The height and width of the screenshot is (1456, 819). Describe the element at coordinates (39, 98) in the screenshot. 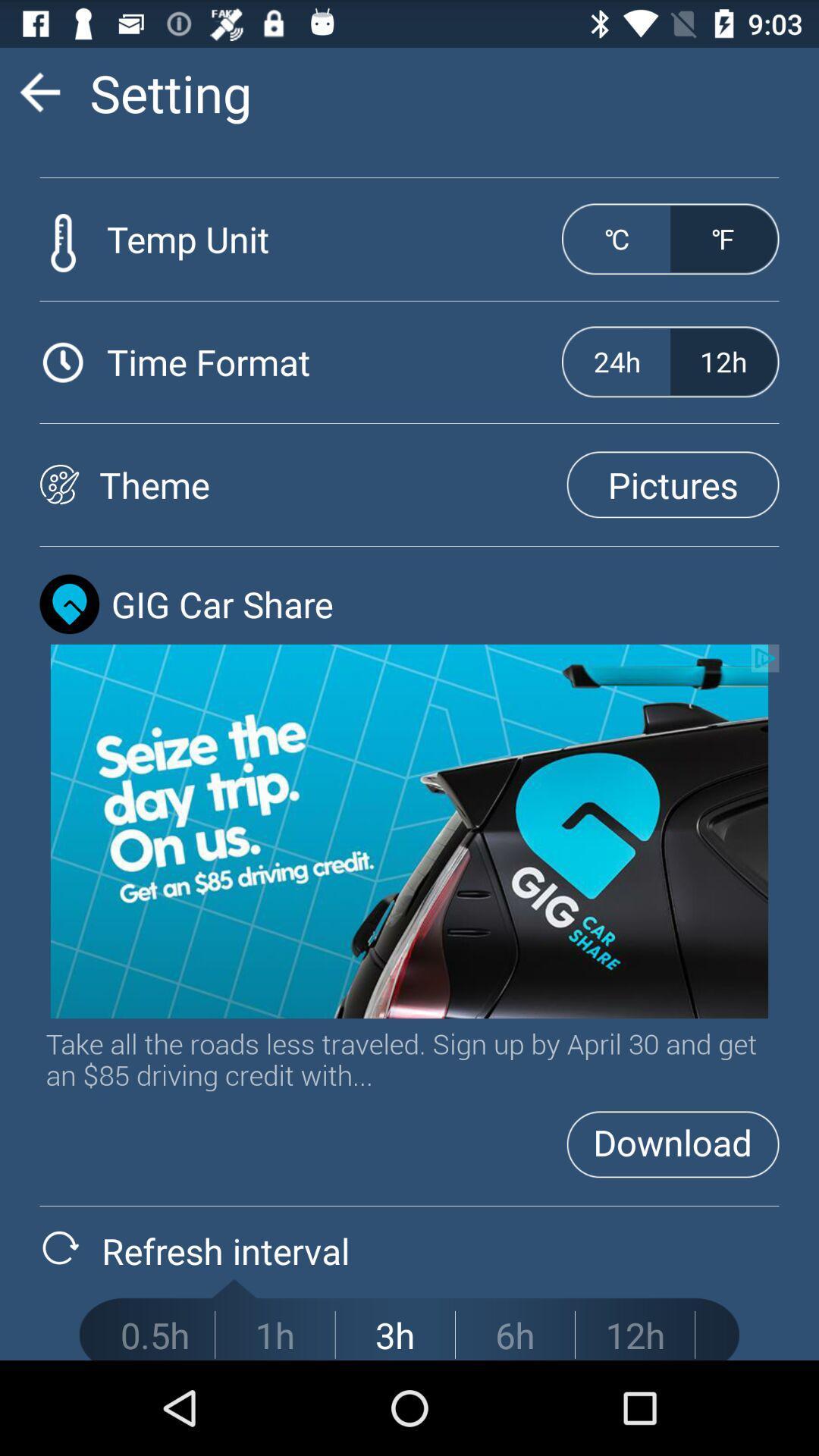

I see `the arrow_backward icon` at that location.